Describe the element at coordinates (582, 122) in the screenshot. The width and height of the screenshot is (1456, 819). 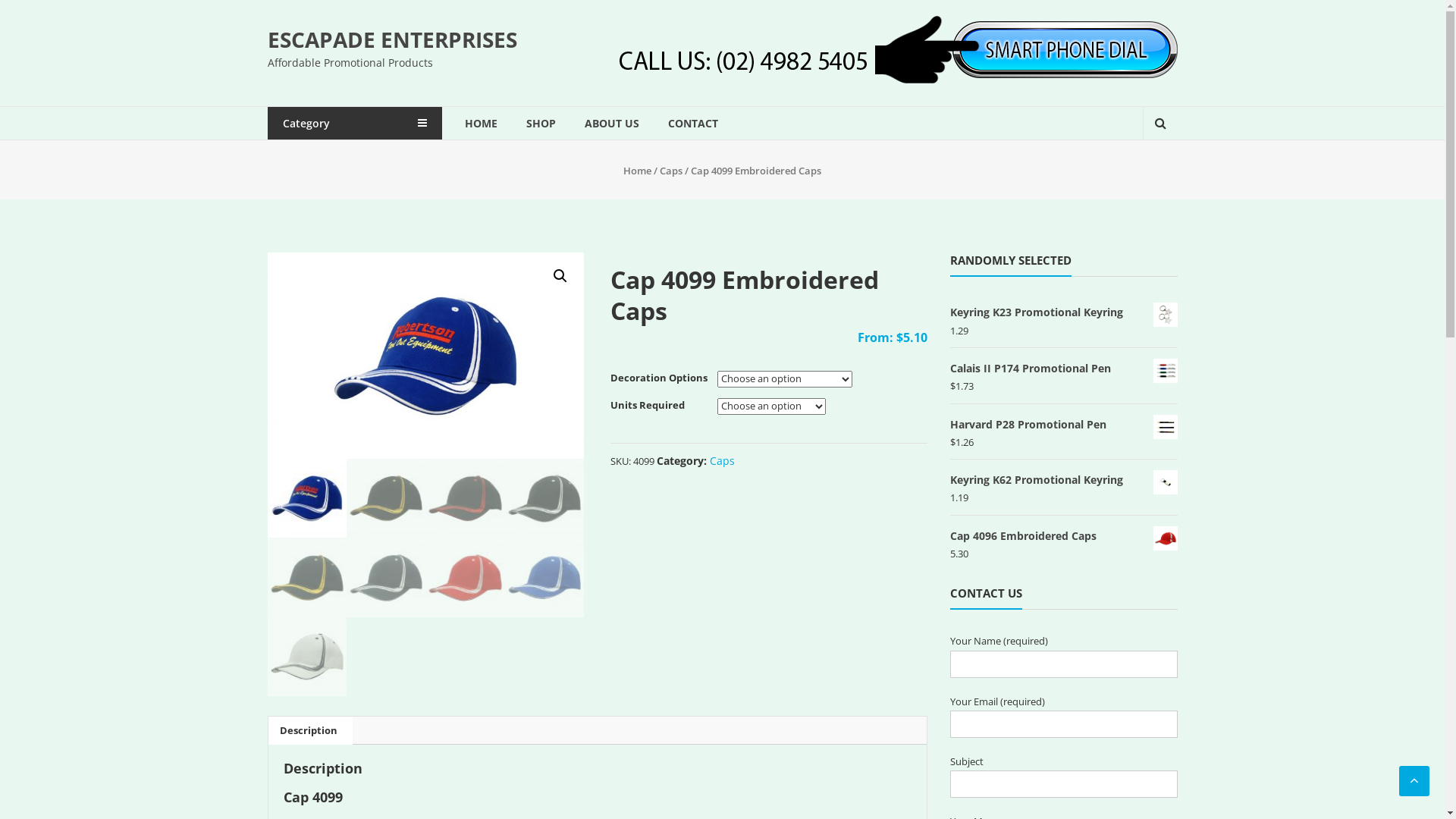
I see `'ABOUT US'` at that location.